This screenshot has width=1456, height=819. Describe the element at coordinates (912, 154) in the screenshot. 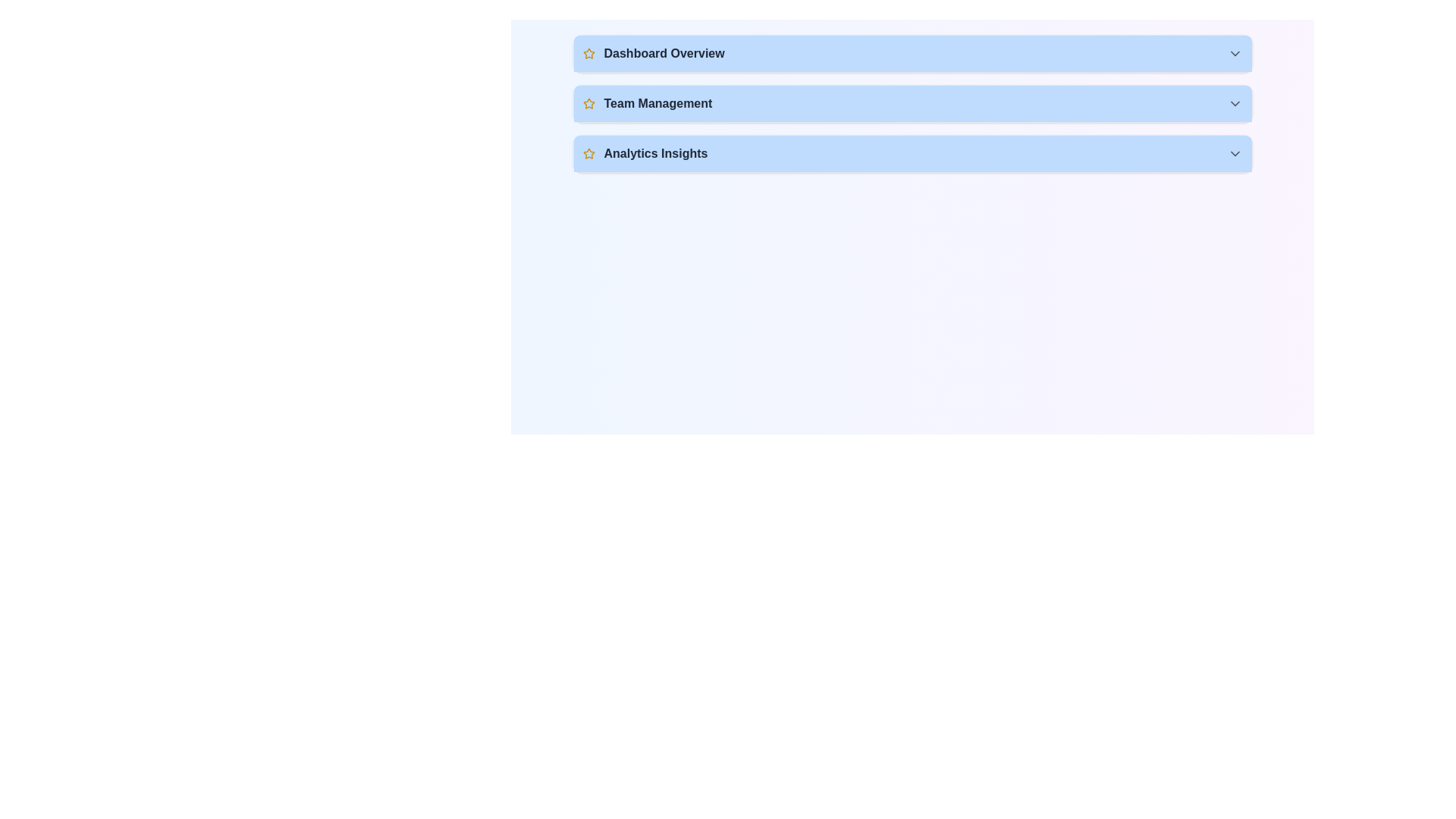

I see `keyboard navigation` at that location.